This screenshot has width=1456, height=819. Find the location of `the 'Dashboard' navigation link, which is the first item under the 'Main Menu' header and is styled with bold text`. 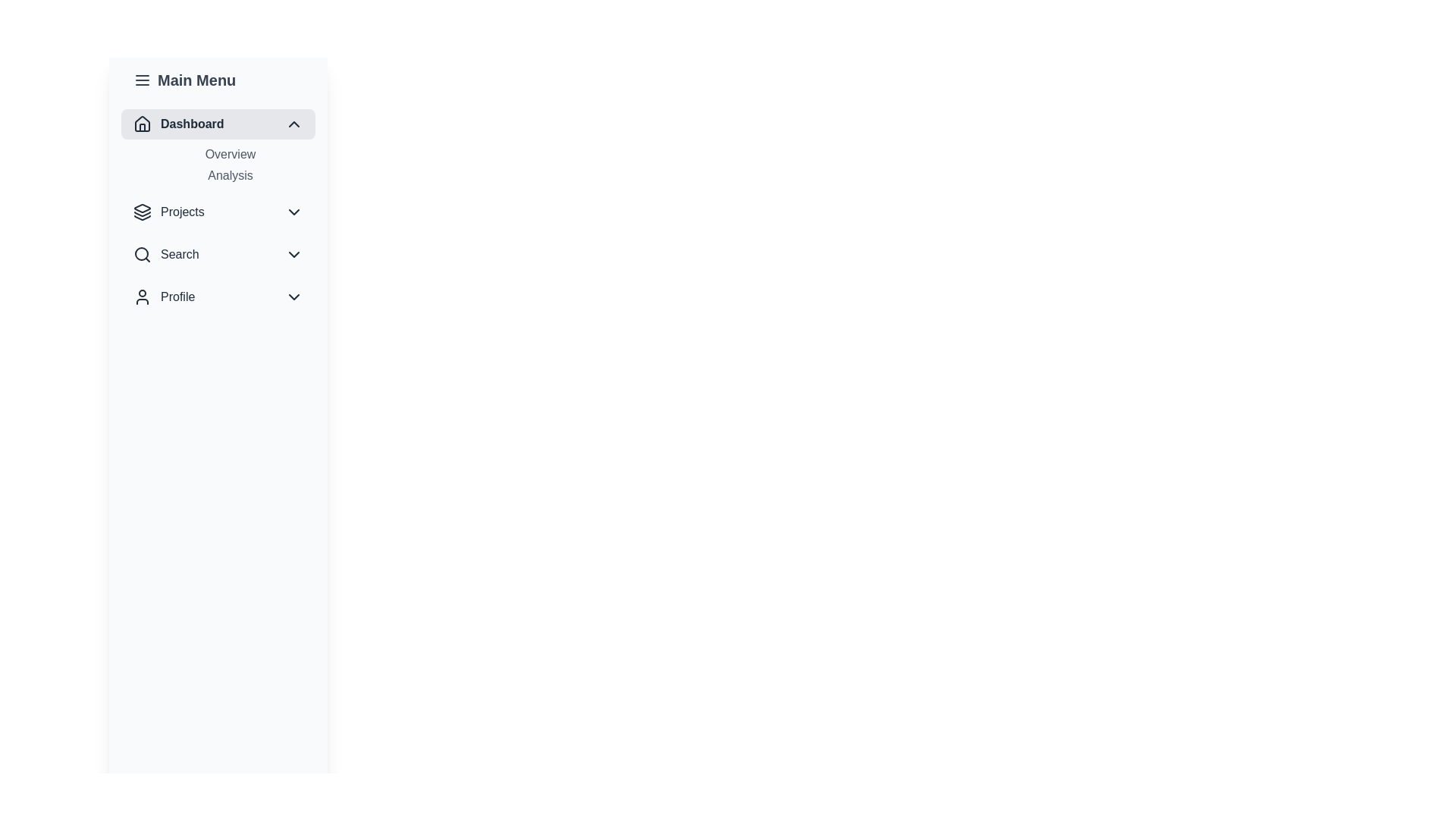

the 'Dashboard' navigation link, which is the first item under the 'Main Menu' header and is styled with bold text is located at coordinates (178, 124).